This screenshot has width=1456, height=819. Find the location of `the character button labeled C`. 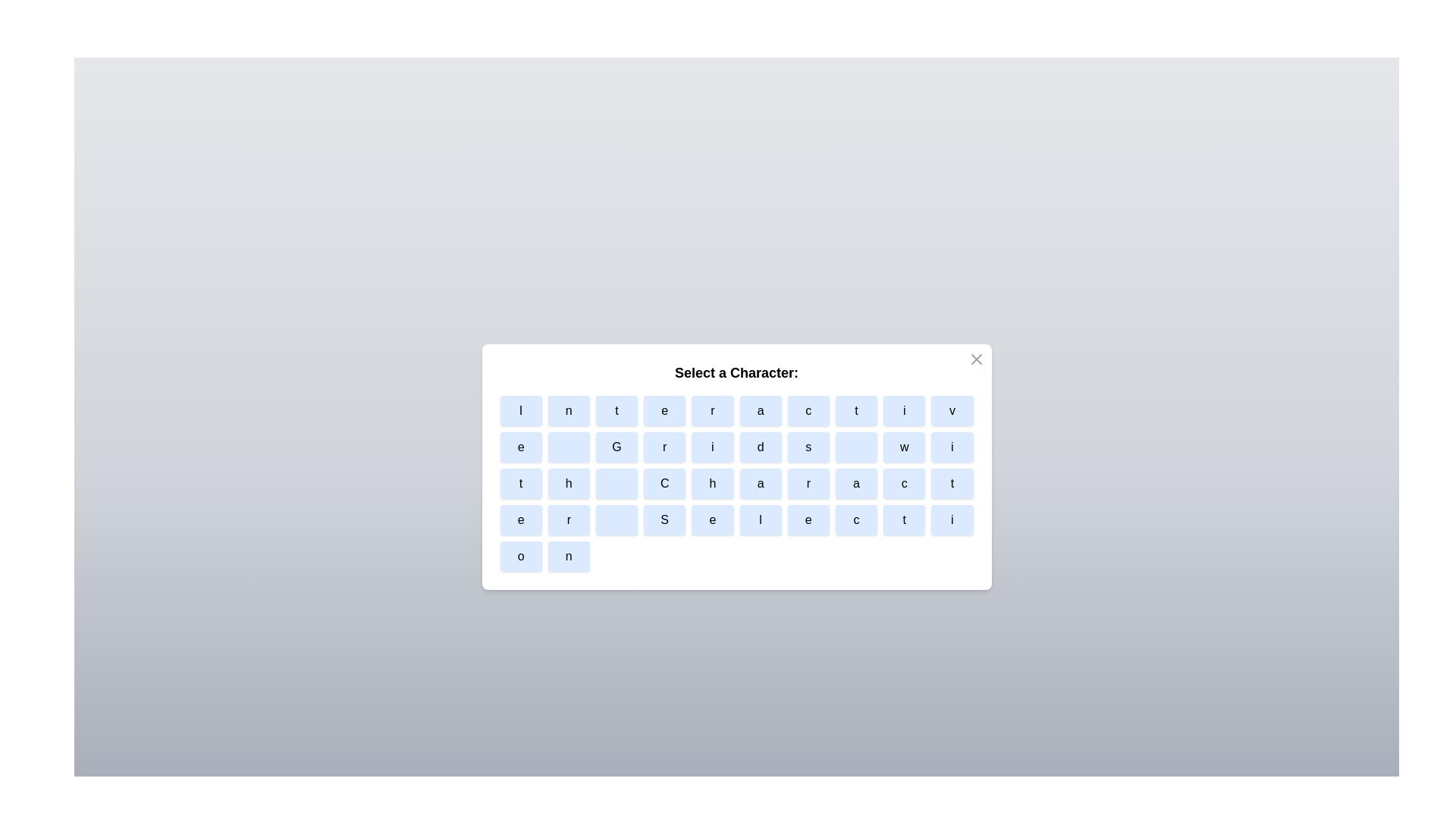

the character button labeled C is located at coordinates (664, 483).